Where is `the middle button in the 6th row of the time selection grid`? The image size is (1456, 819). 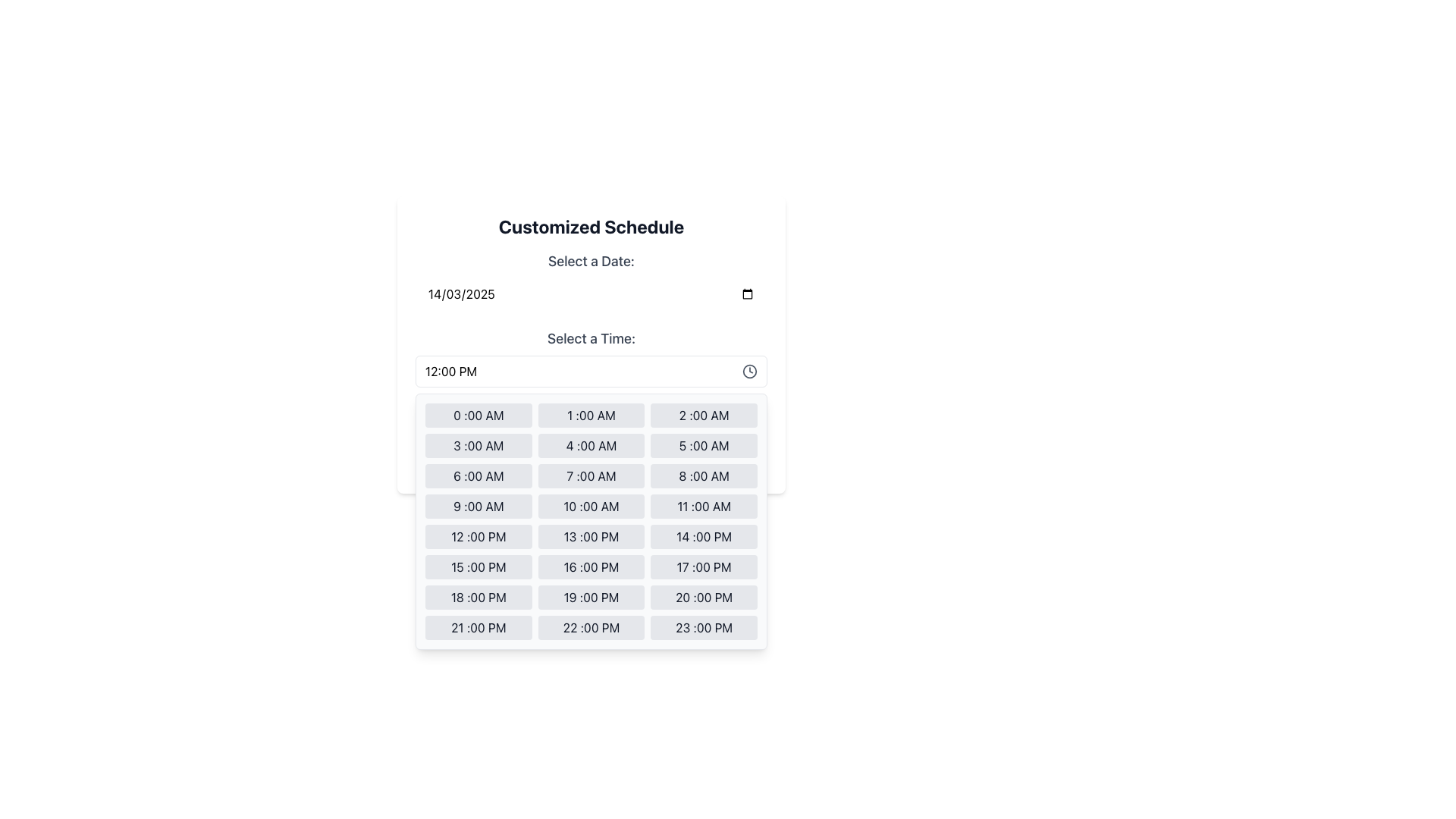
the middle button in the 6th row of the time selection grid is located at coordinates (590, 567).